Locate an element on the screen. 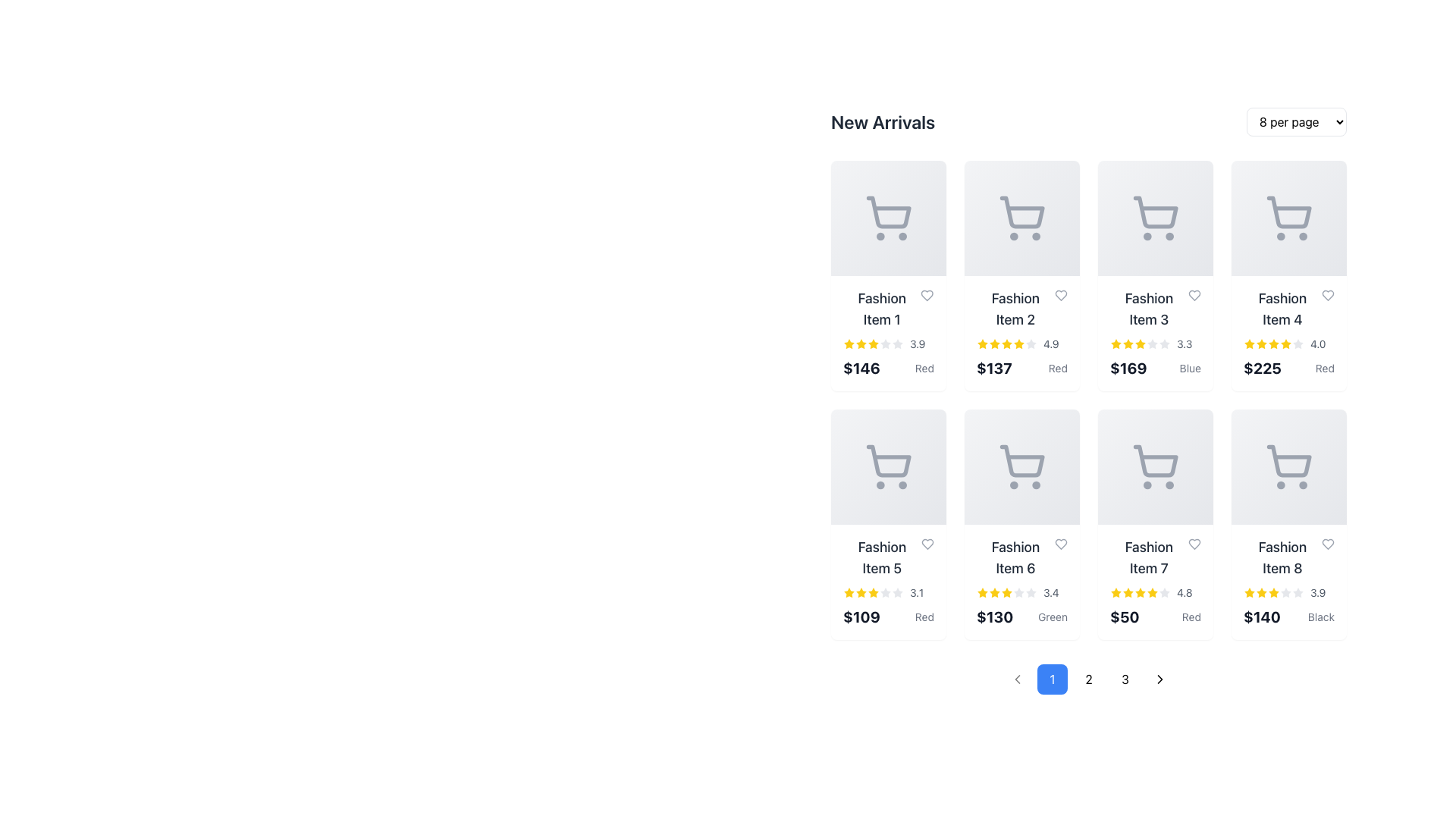  the second star icon in the 5-star rating system for the product described as 'Fashion Item 6', which is a filled yellow star located below the item's title and above the price tag is located at coordinates (1007, 591).